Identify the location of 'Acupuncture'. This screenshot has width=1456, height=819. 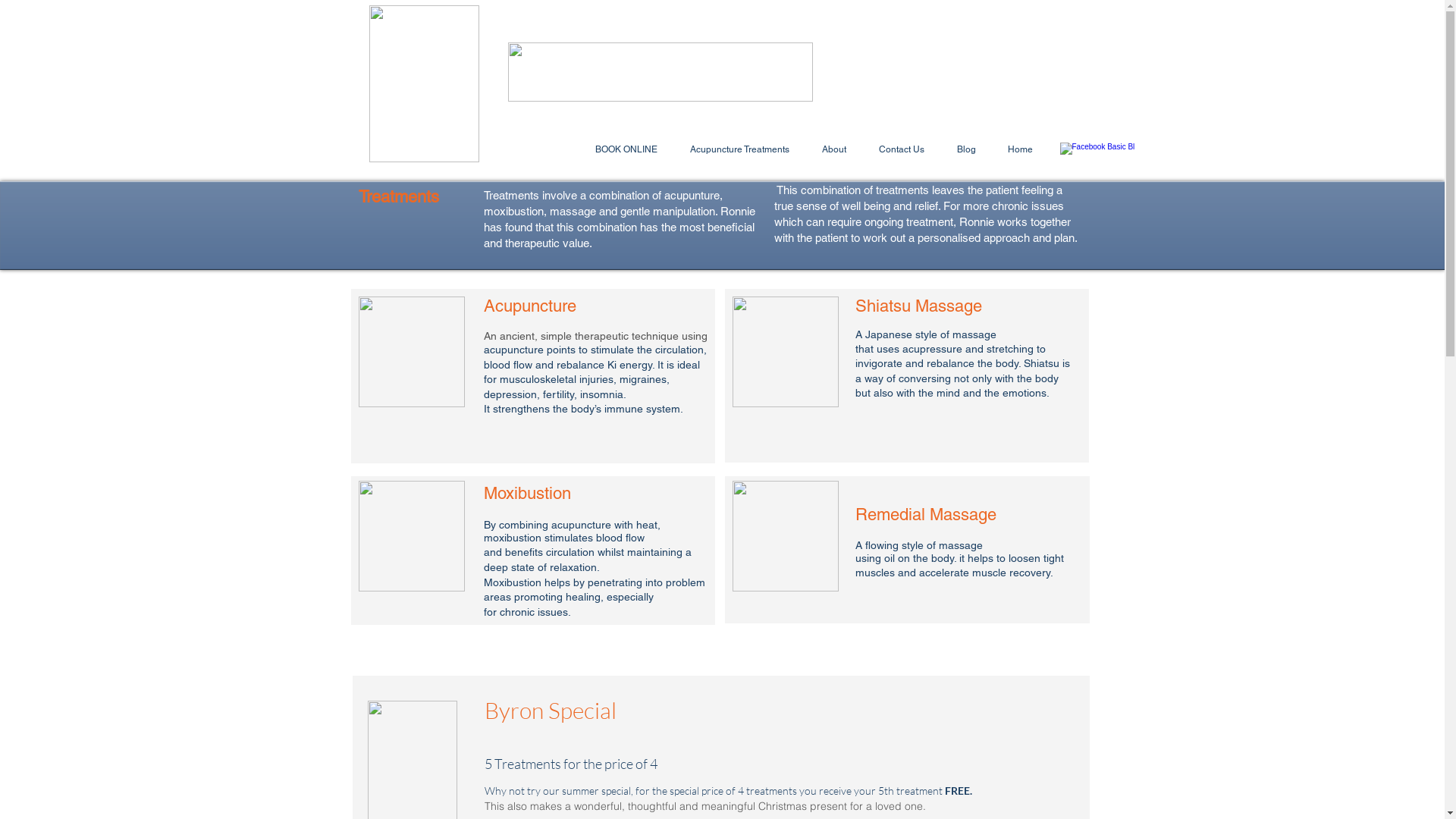
(411, 351).